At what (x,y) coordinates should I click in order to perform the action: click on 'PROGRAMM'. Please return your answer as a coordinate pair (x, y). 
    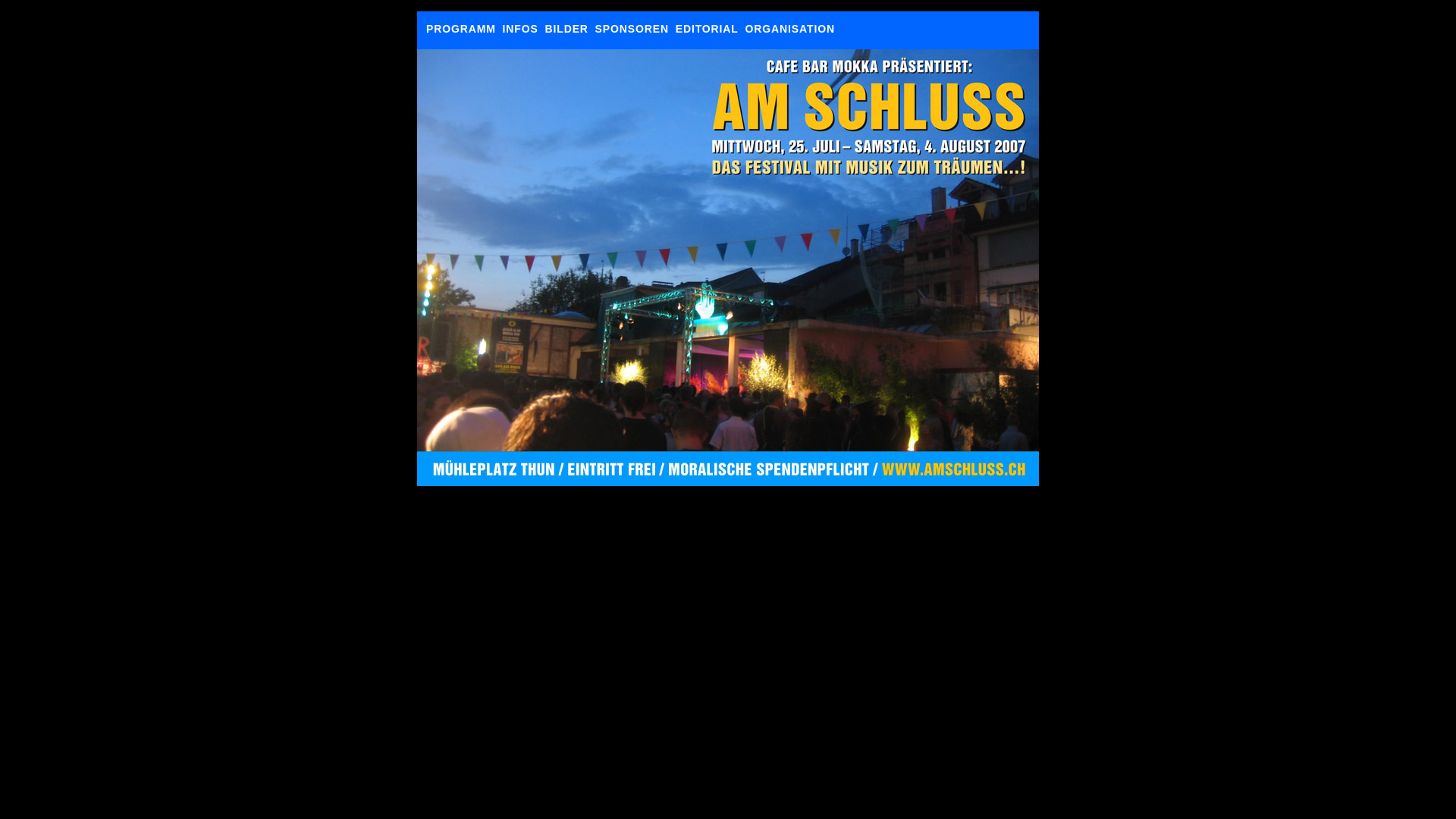
    Looking at the image, I should click on (460, 29).